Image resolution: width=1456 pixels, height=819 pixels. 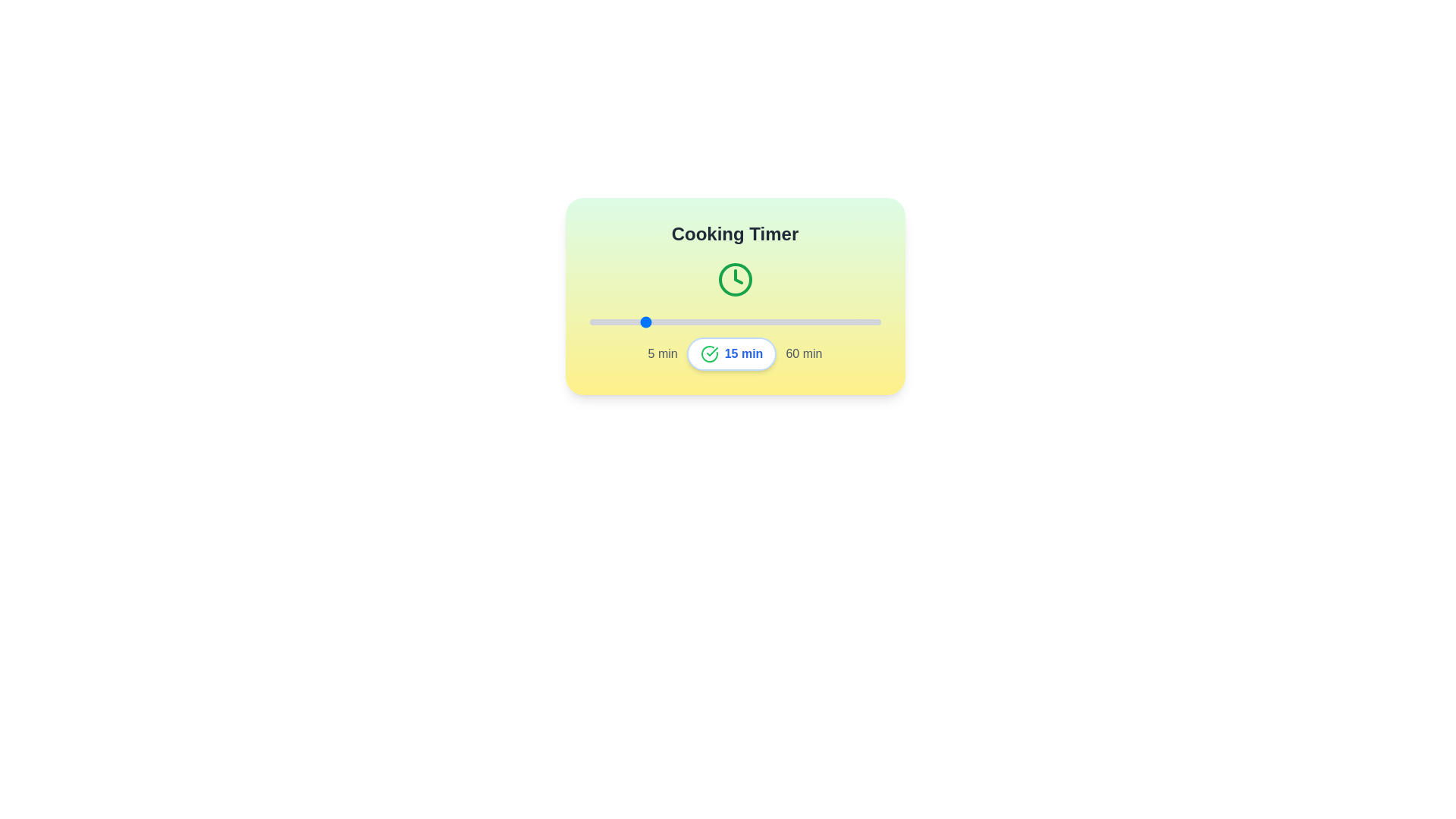 I want to click on the SVG Circle Element that visually represents a clock, located below the 'Cooking Timer' title, so click(x=735, y=280).